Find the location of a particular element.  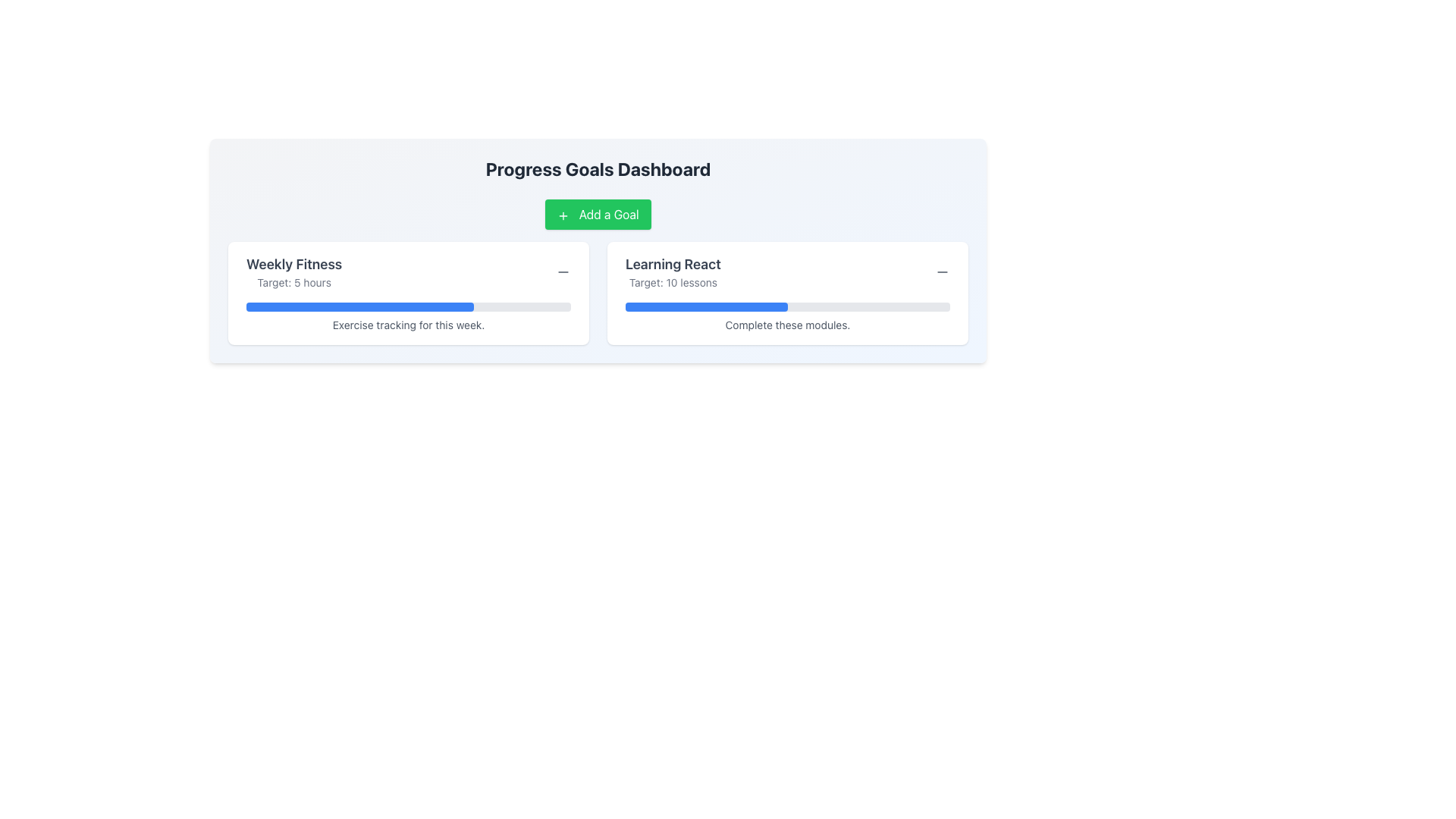

the 'Add New Goal' button located at the center-top of the 'Progress Goals Dashboard' section to interact is located at coordinates (597, 214).